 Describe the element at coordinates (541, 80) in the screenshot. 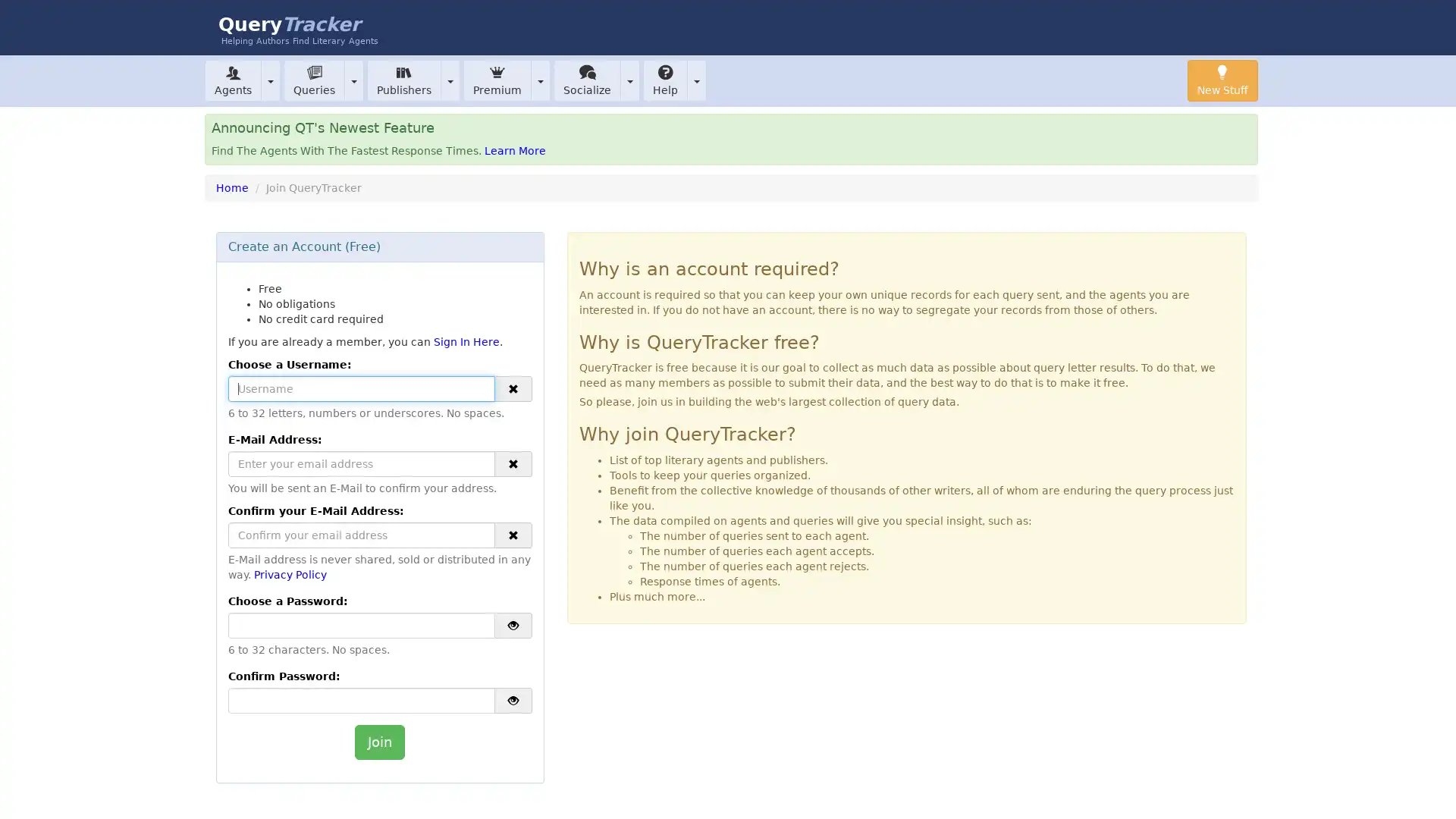

I see `Toggle Dropdown` at that location.